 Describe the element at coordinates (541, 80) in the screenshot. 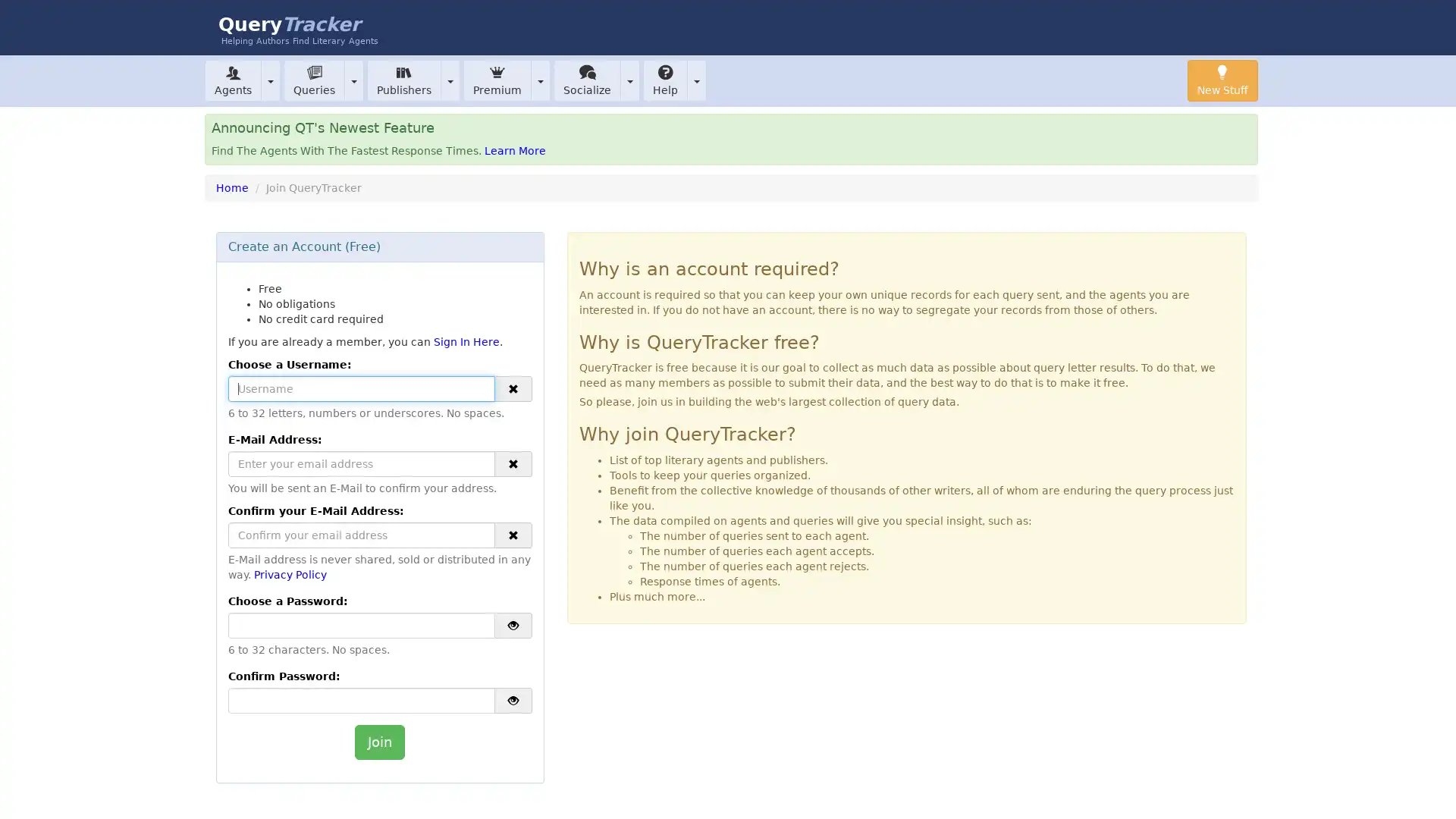

I see `Toggle Dropdown` at that location.